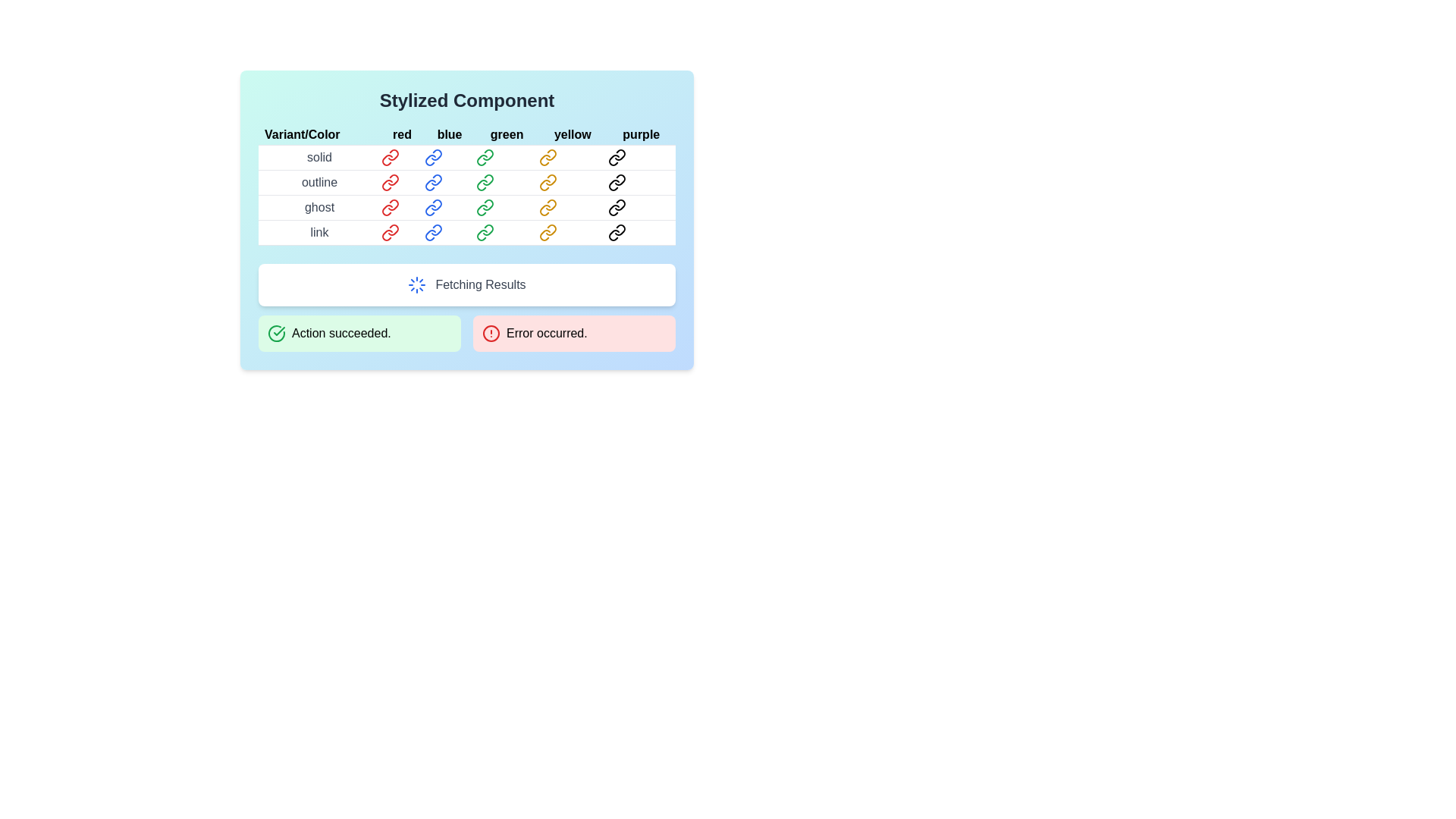 The width and height of the screenshot is (1456, 819). I want to click on the hyperlink icon located in the fourth row labeled 'link' and the fourth column labeled 'yellow' to follow the link, so click(548, 233).